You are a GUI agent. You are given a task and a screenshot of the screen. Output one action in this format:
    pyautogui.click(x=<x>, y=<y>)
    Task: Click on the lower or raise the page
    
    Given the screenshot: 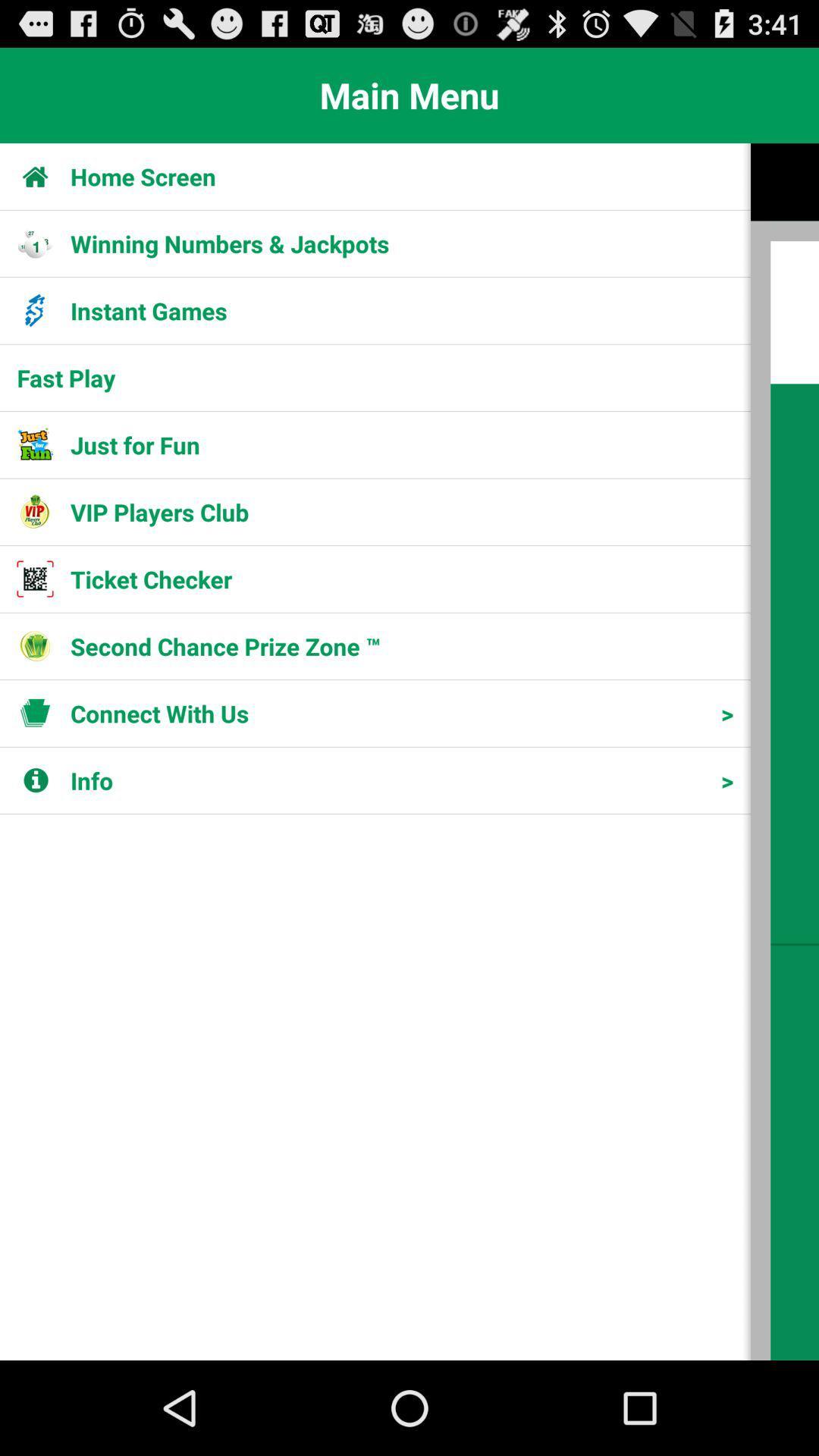 What is the action you would take?
    pyautogui.click(x=784, y=752)
    